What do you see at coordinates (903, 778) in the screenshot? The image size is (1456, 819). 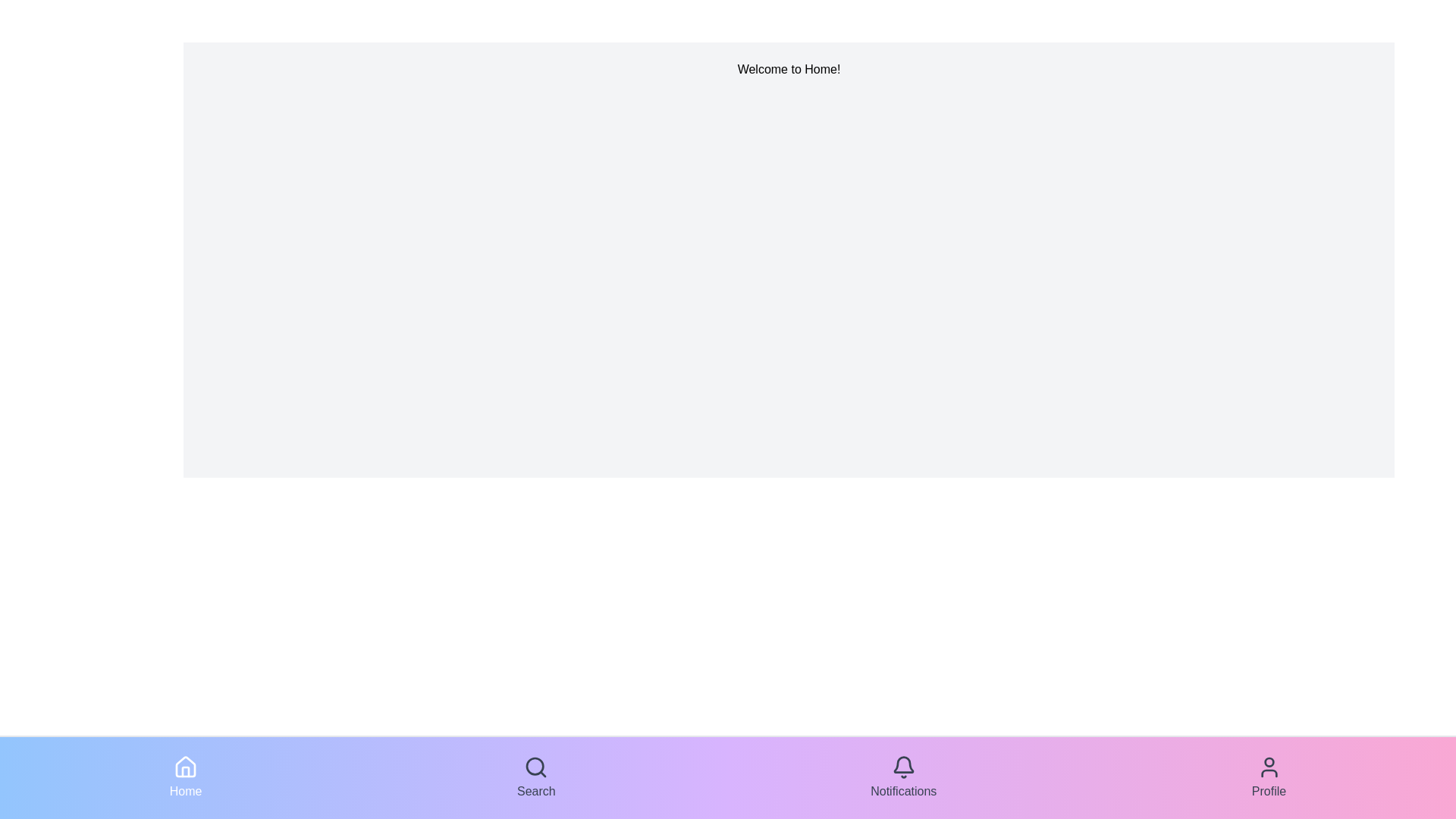 I see `the 'Notifications' button, which is the third button in a horizontal arrangement at the bottom of the UI, to trigger a visual effect` at bounding box center [903, 778].